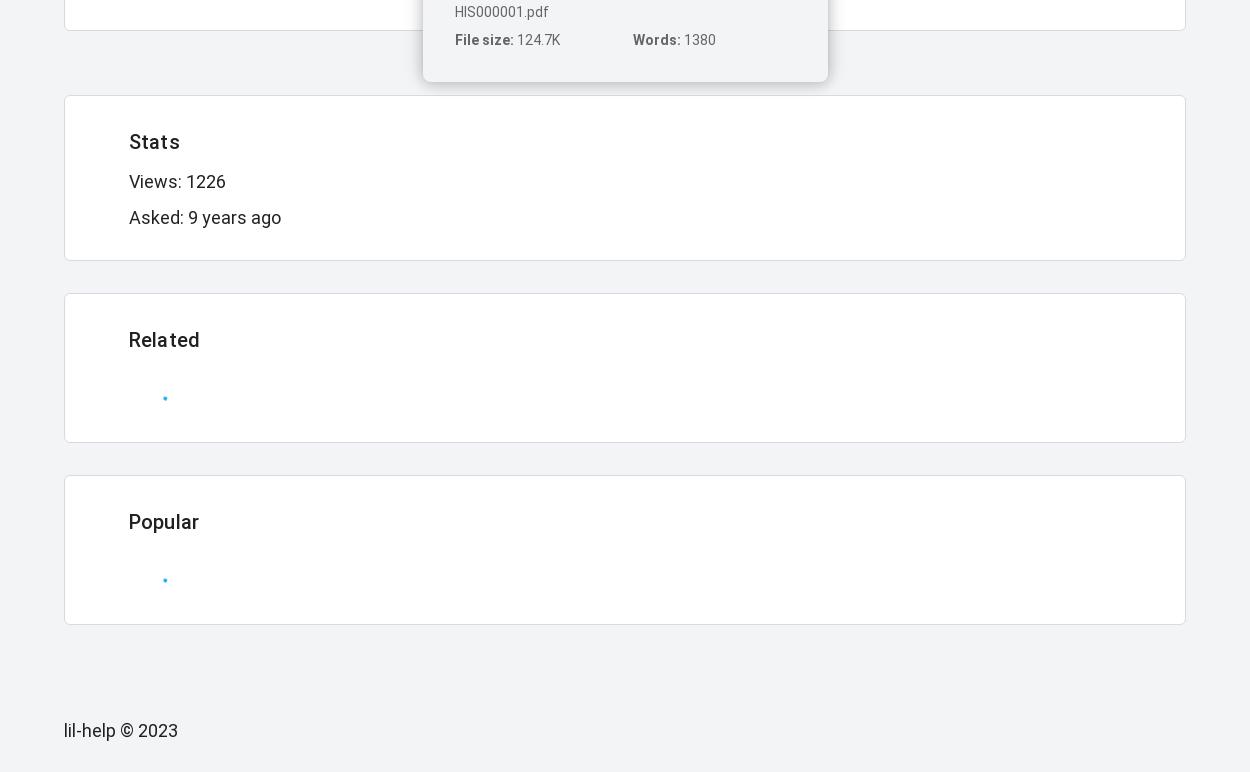 The image size is (1250, 772). What do you see at coordinates (699, 37) in the screenshot?
I see `'1380'` at bounding box center [699, 37].